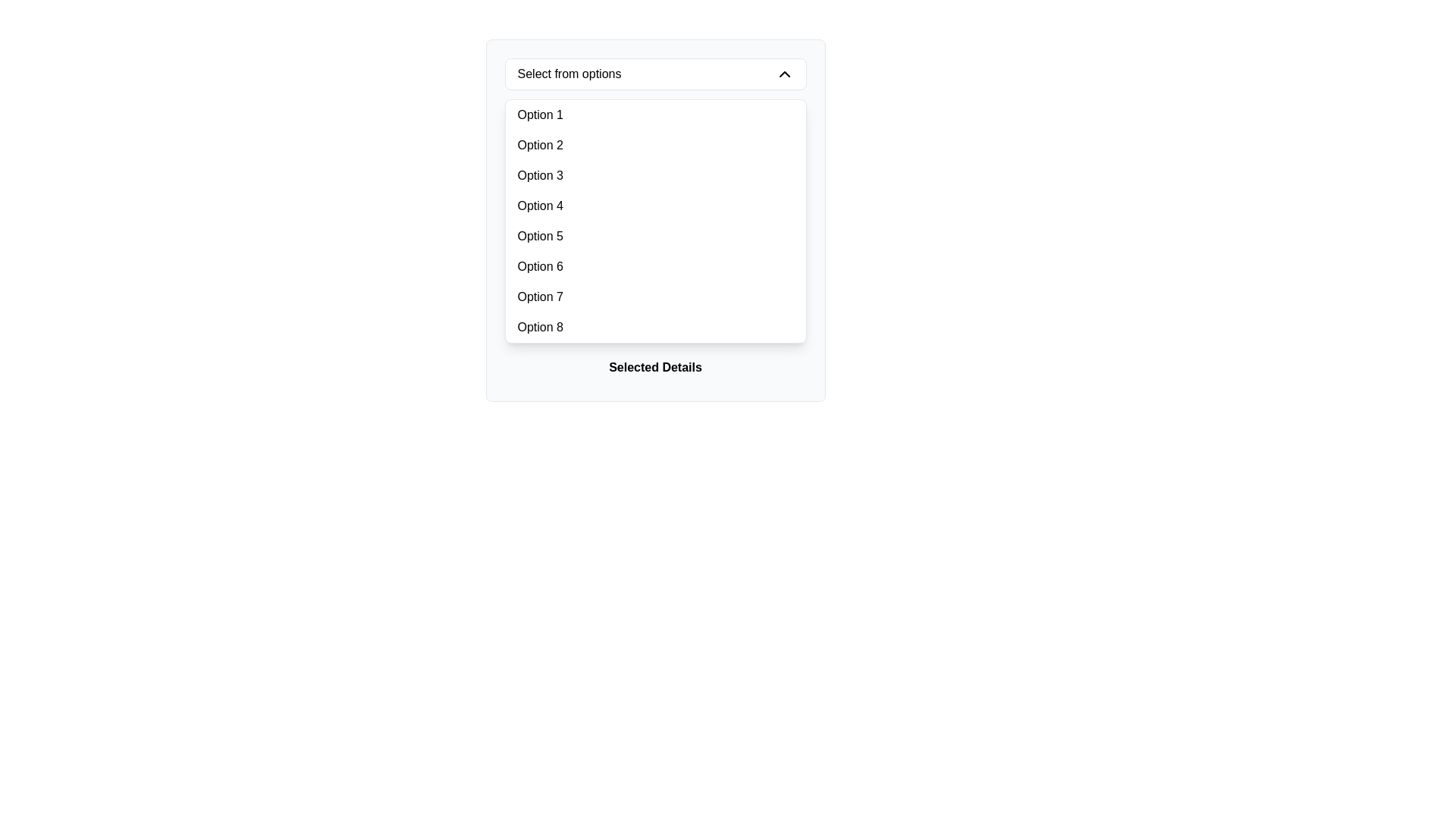 This screenshot has height=819, width=1456. I want to click on the dropdown menu labeled 'Select from options', so click(655, 220).